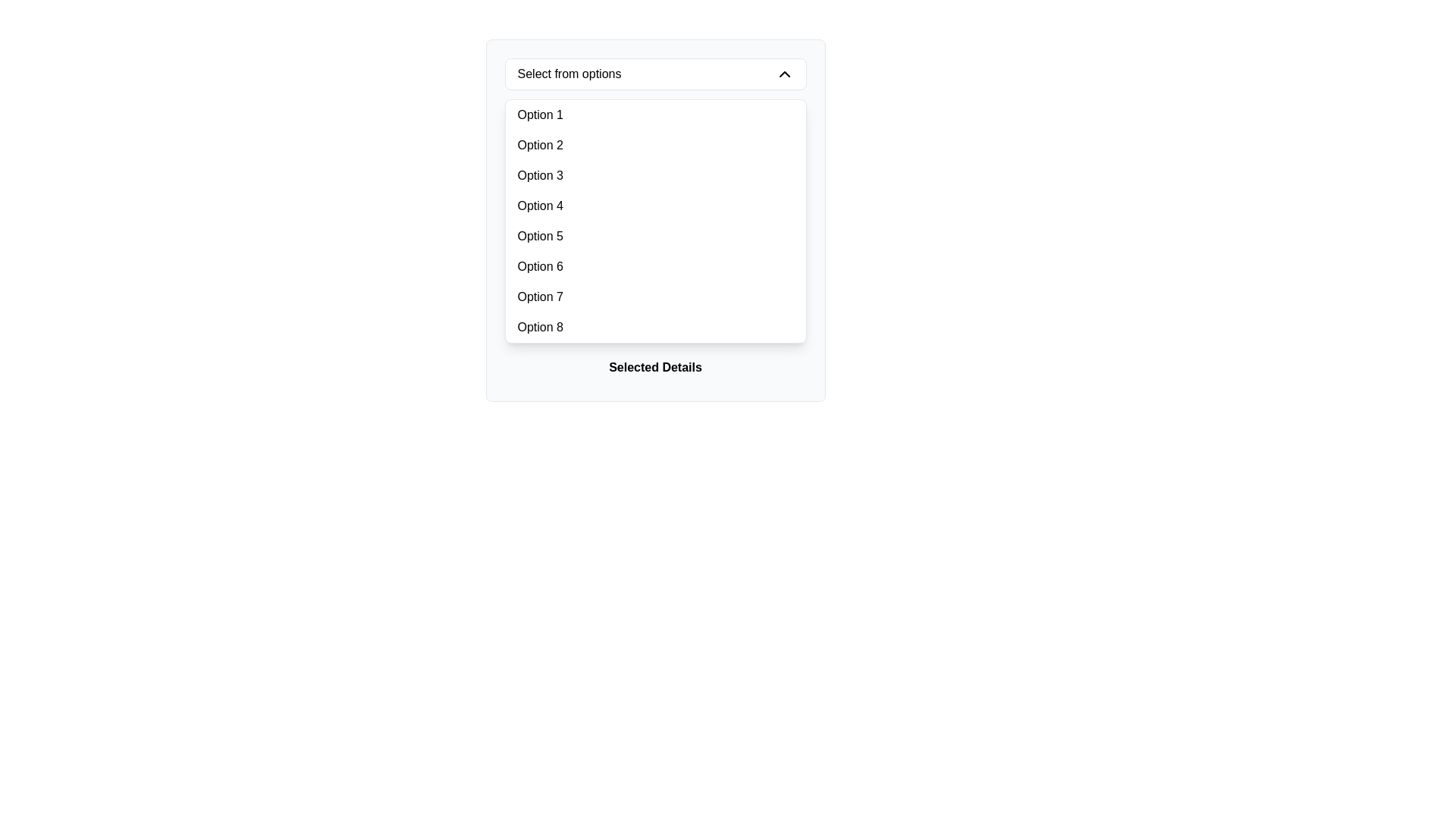 This screenshot has height=819, width=1456. I want to click on the dropdown menu labeled 'Select from options', so click(655, 220).